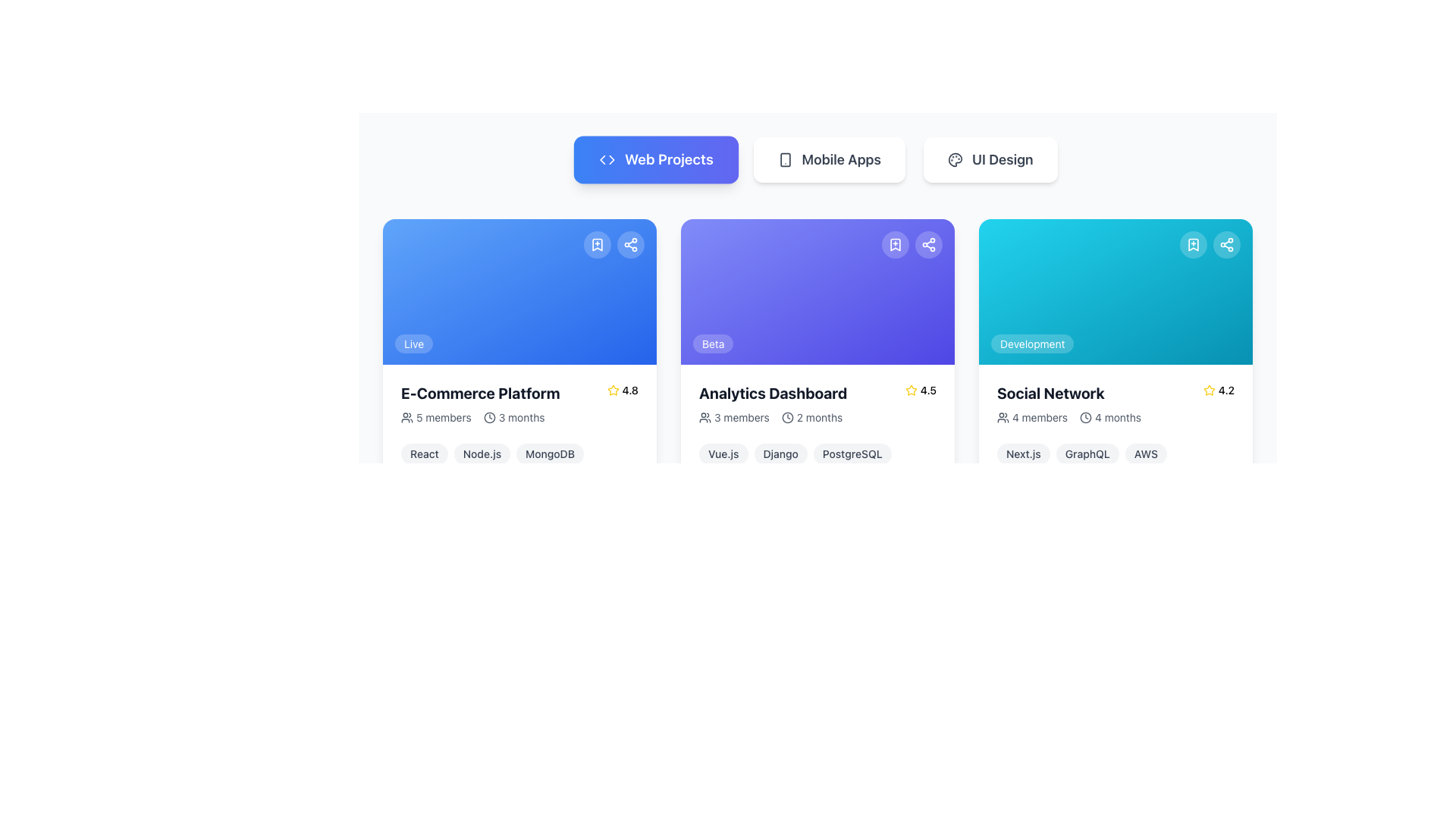 The width and height of the screenshot is (1456, 819). What do you see at coordinates (927, 244) in the screenshot?
I see `the share icon located at the top-right corner of the second card` at bounding box center [927, 244].